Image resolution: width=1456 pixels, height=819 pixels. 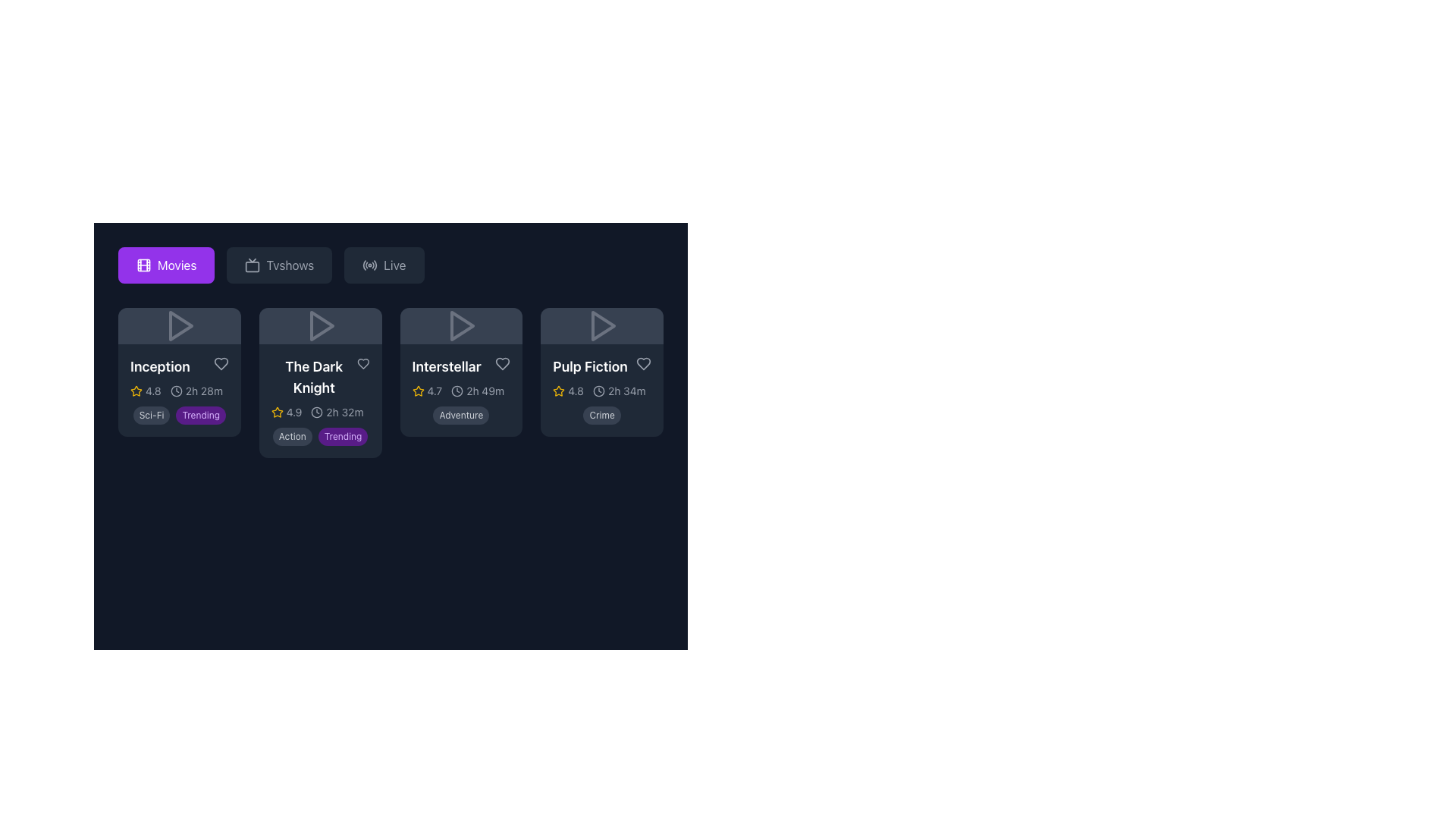 What do you see at coordinates (203, 391) in the screenshot?
I see `duration information displayed in the non-interactive text label for the movie 'Inception', which is positioned beneath the movie's title and rating, to the right of the clock icon` at bounding box center [203, 391].